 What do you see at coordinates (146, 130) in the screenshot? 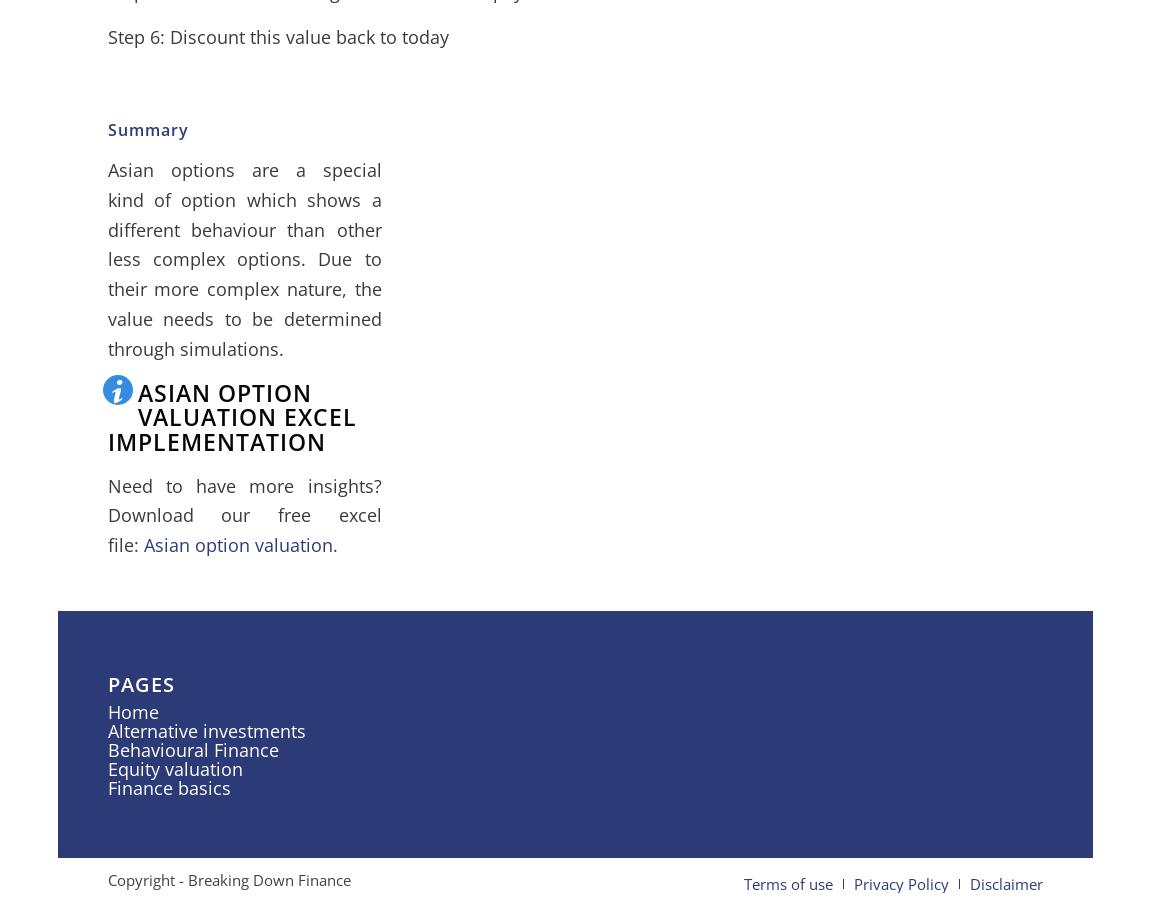
I see `'Summary'` at bounding box center [146, 130].